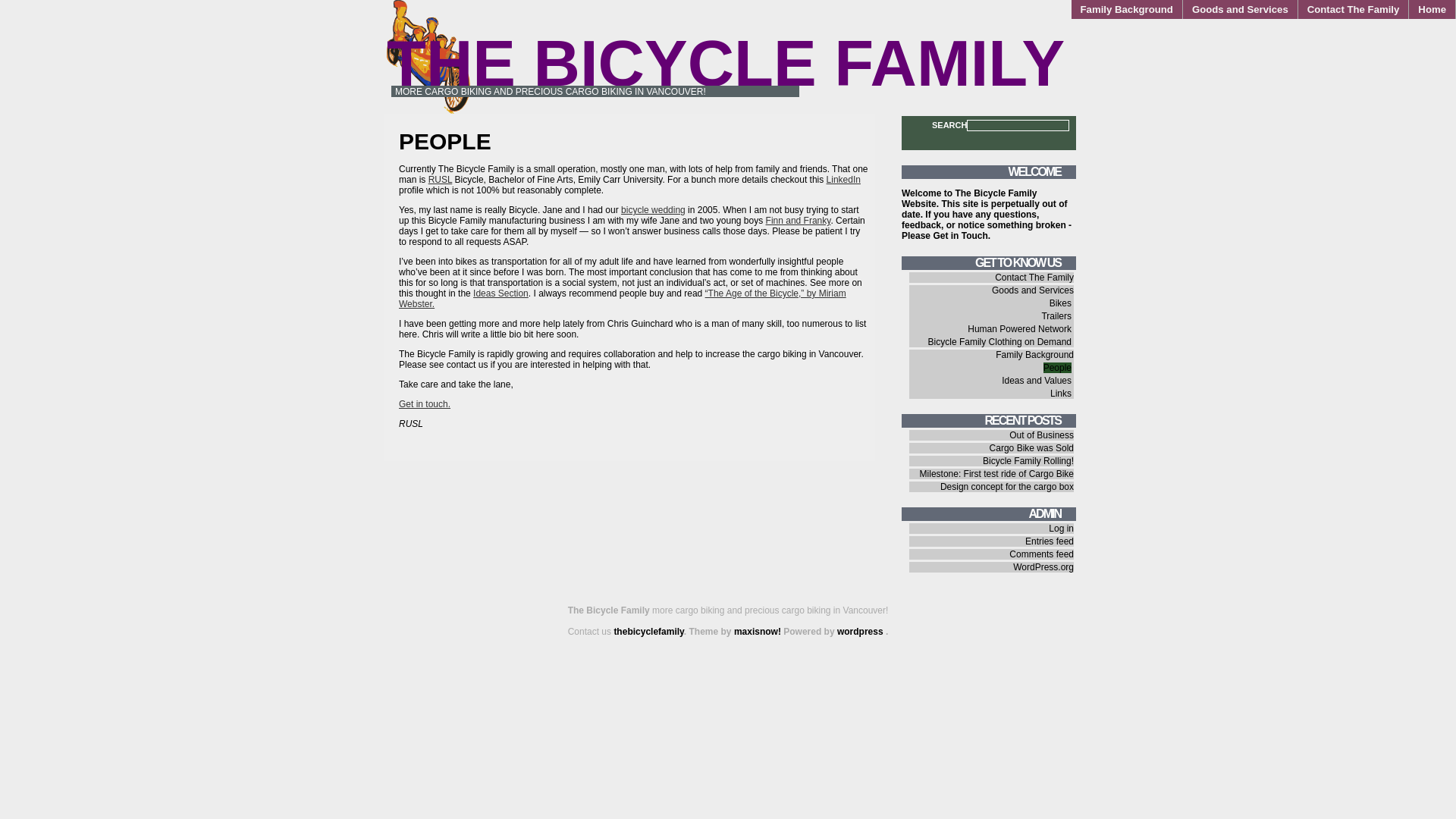  I want to click on 'People', so click(1056, 368).